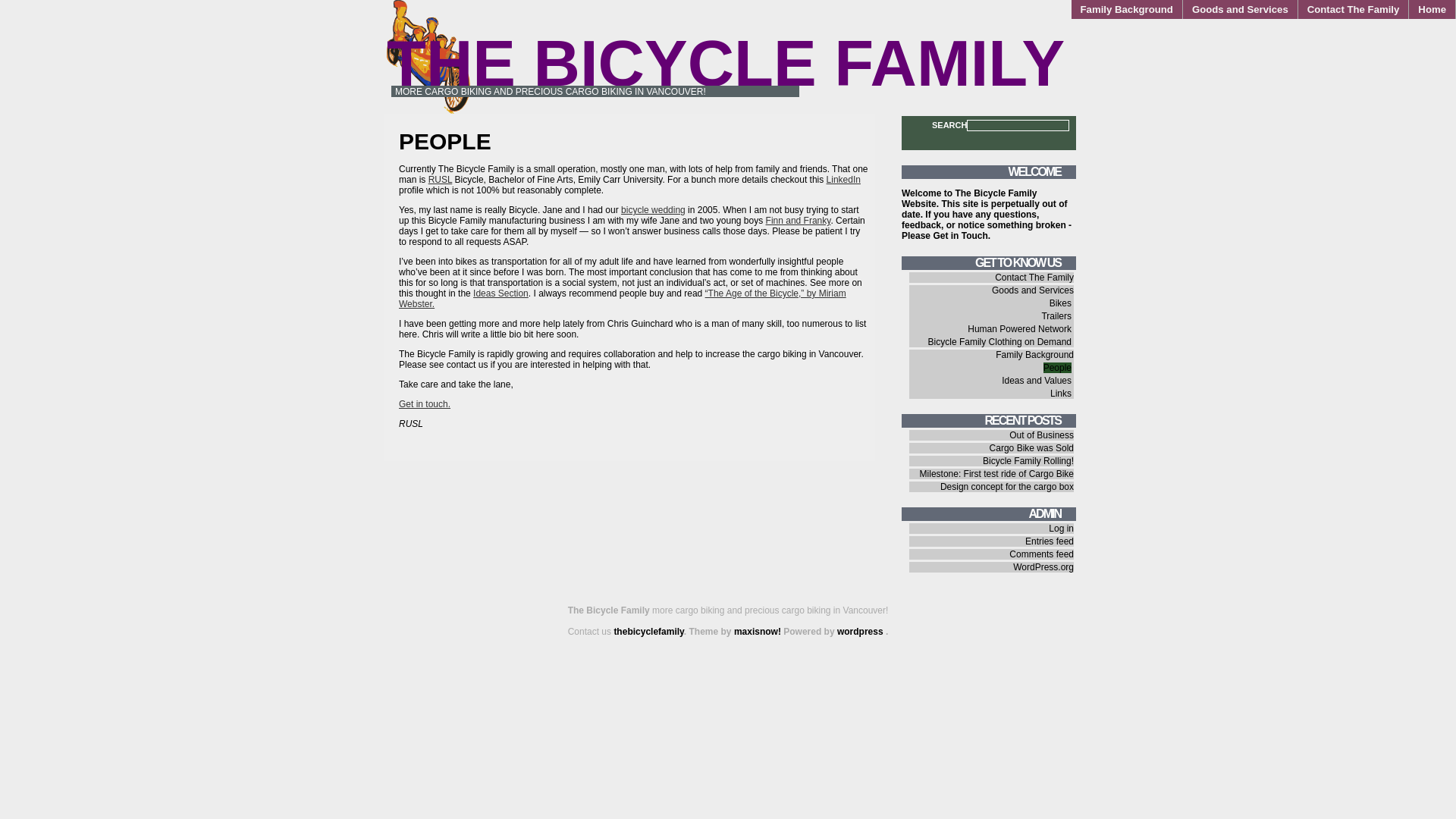  I want to click on 'People', so click(1056, 368).